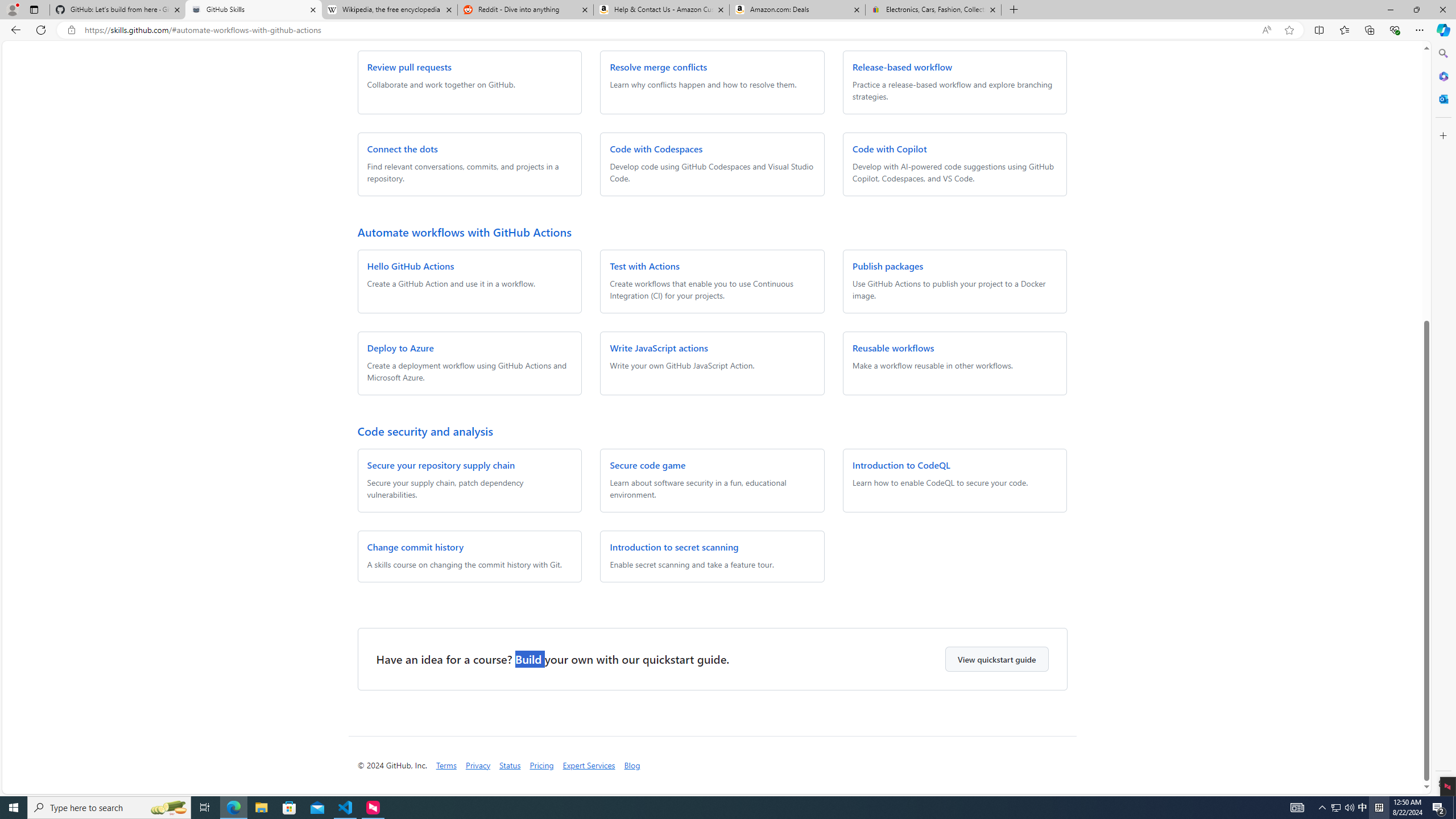  What do you see at coordinates (541, 764) in the screenshot?
I see `'Pricing'` at bounding box center [541, 764].